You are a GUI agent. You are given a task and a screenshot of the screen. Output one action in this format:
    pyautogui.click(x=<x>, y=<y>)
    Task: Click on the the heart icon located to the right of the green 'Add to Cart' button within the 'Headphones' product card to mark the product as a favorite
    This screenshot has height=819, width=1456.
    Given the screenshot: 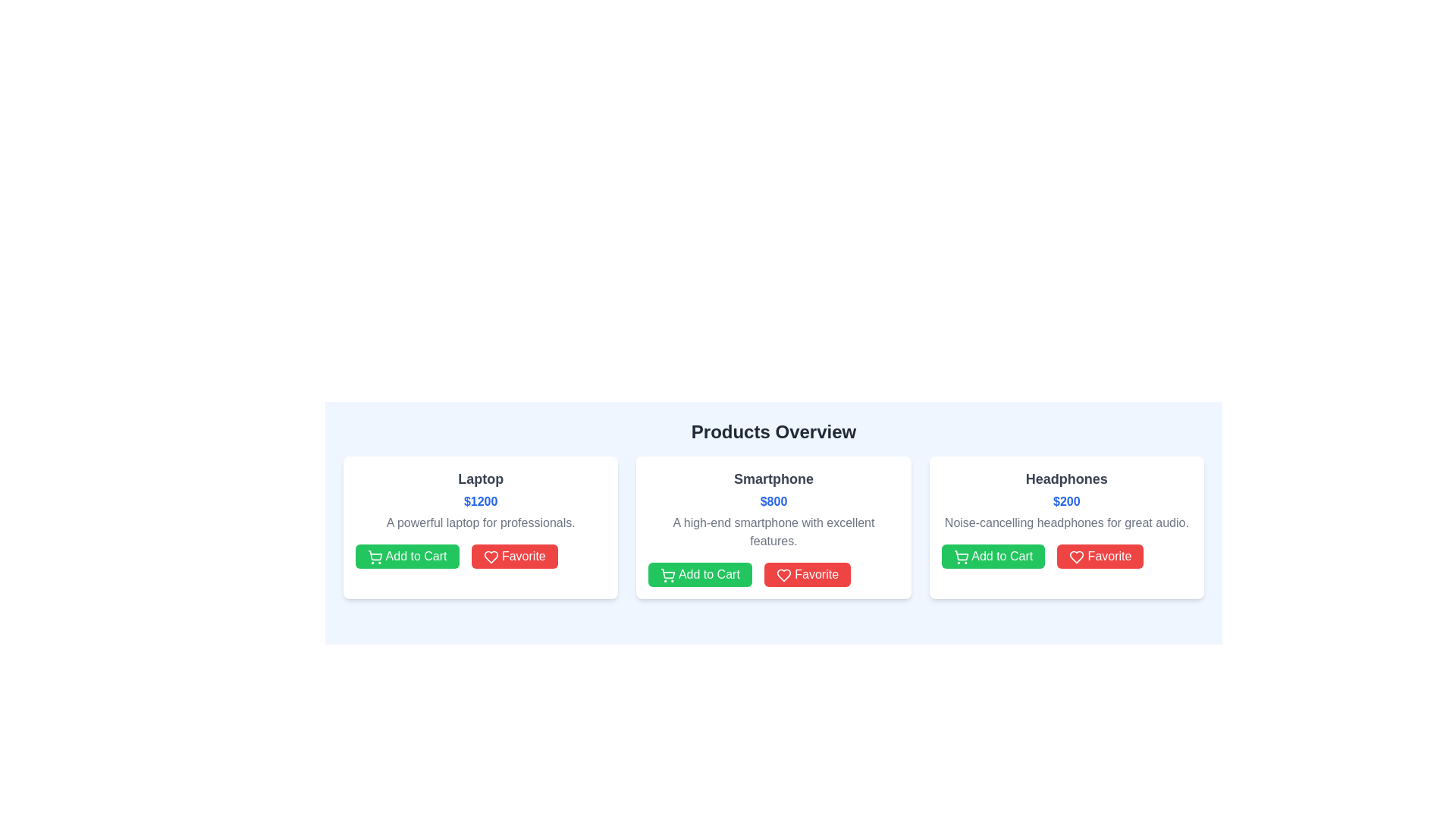 What is the action you would take?
    pyautogui.click(x=1076, y=557)
    